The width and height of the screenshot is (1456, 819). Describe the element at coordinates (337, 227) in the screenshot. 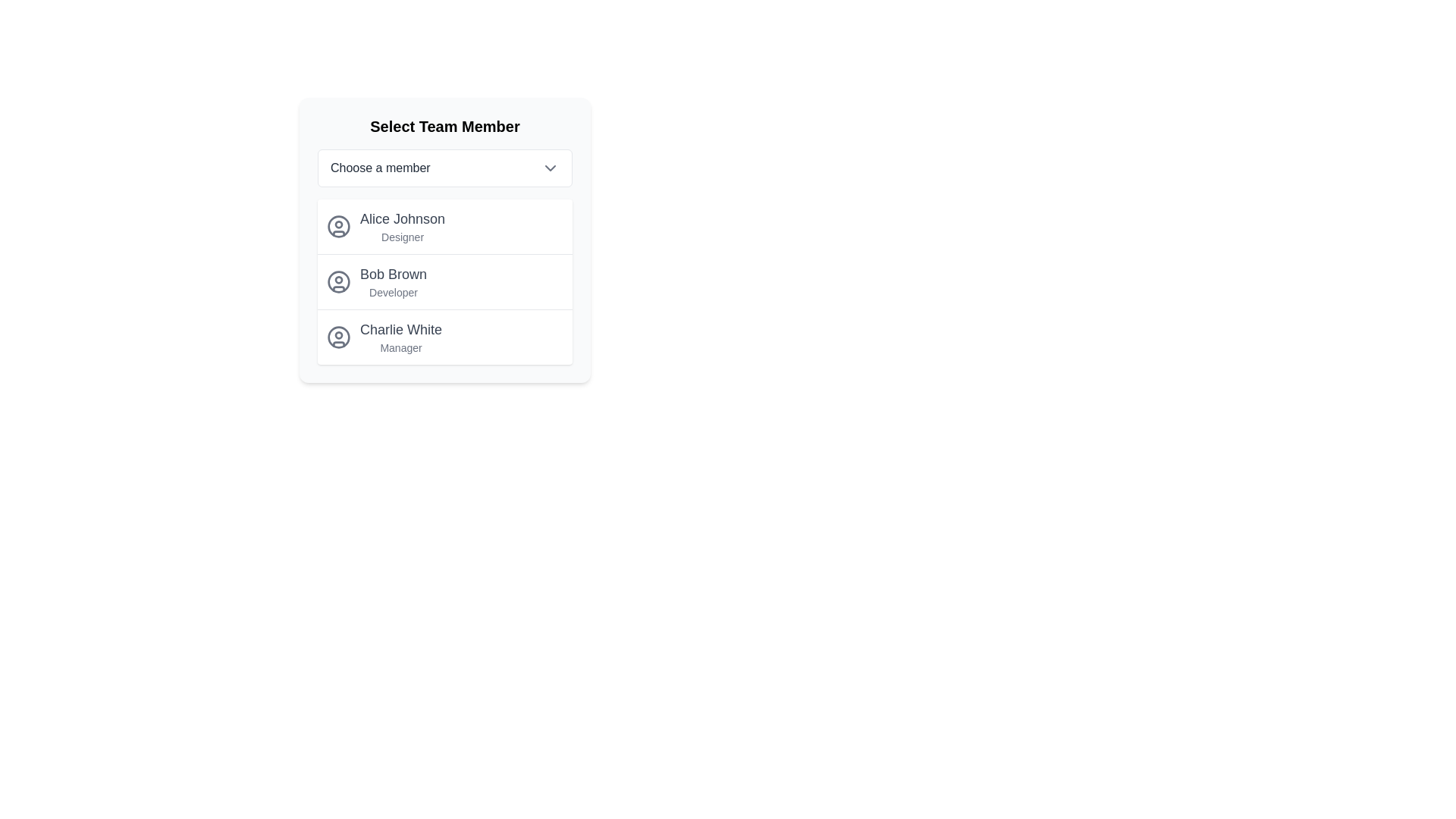

I see `the circular avatar icon representing 'Alice Johnson' in the user profile dropdown list` at that location.